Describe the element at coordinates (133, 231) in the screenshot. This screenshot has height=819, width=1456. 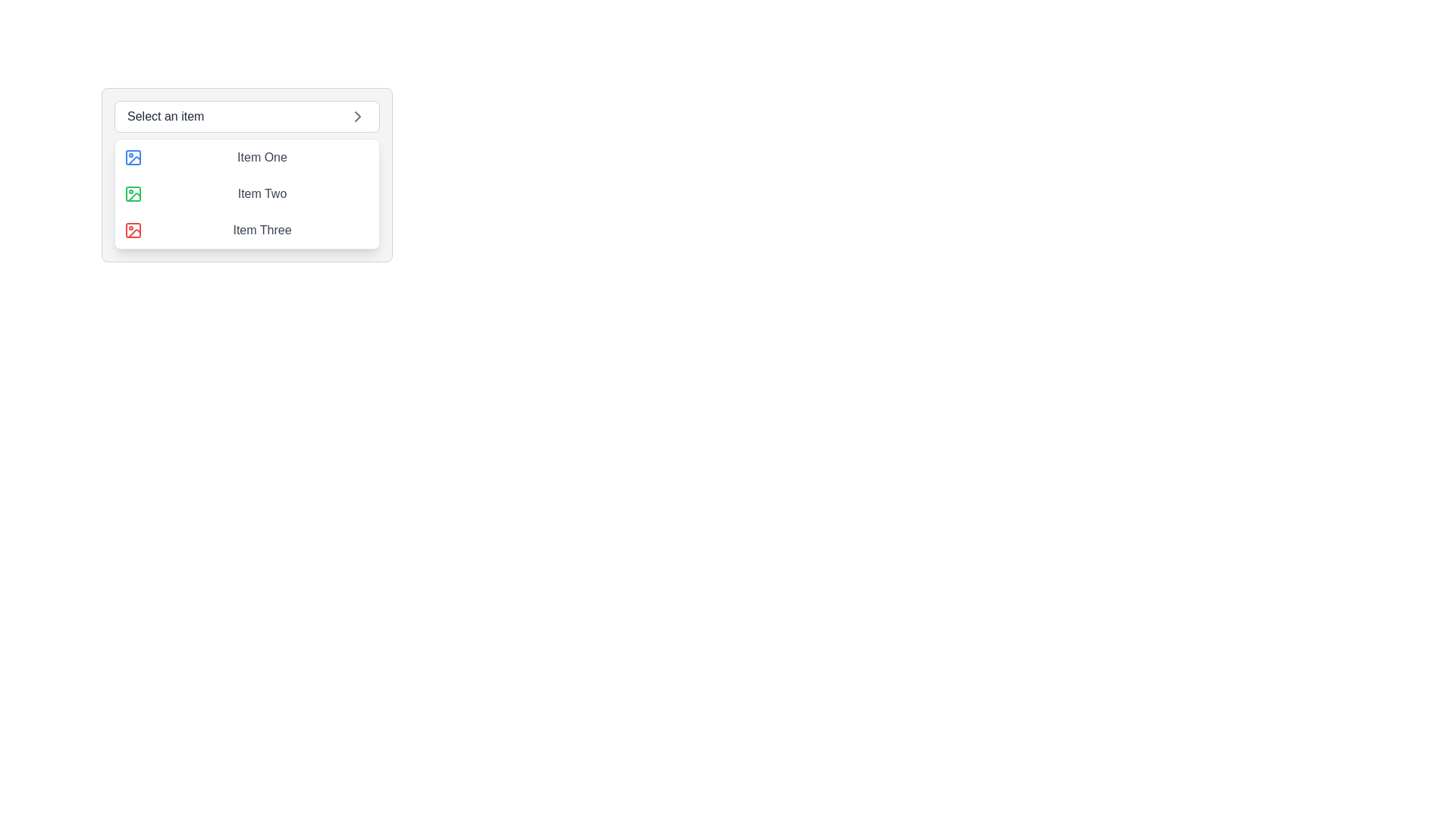
I see `the red rectangular shape with slightly rounded corners that is part of the 'Item Three' icon in the dropdown menu` at that location.